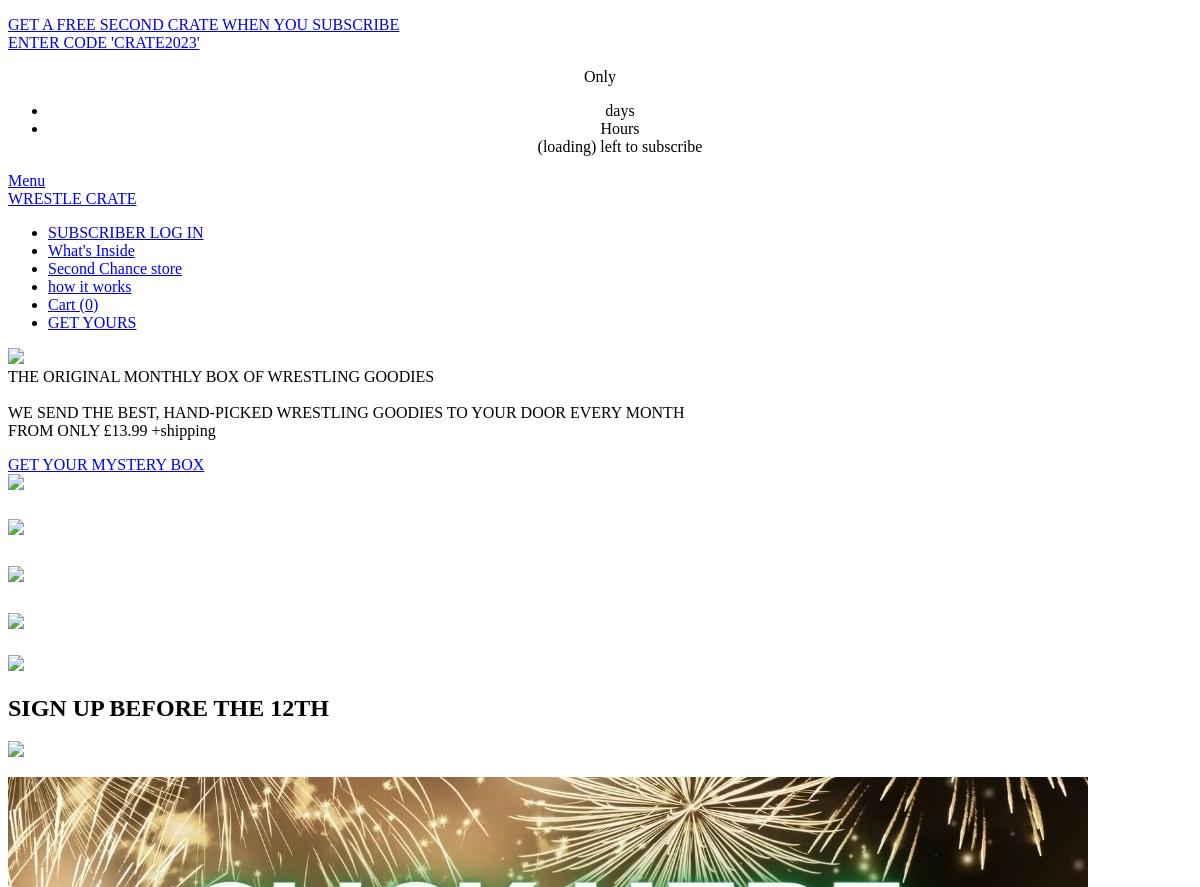  I want to click on 'WE SEND THE BEST, HAND-PICKED WRESTLING GOODIES TO YOUR DOOR EVERY MONTH', so click(345, 412).